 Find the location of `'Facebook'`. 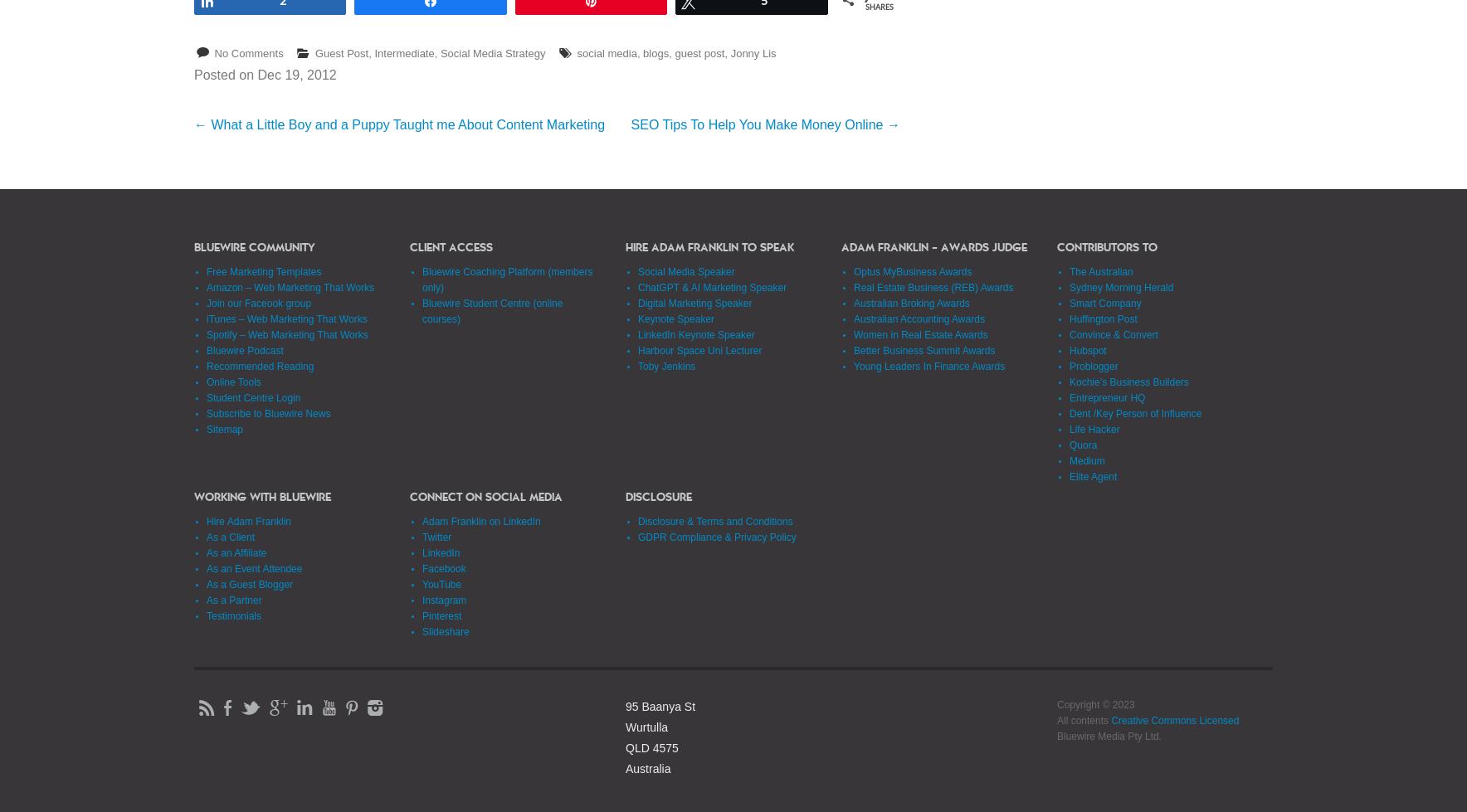

'Facebook' is located at coordinates (442, 567).